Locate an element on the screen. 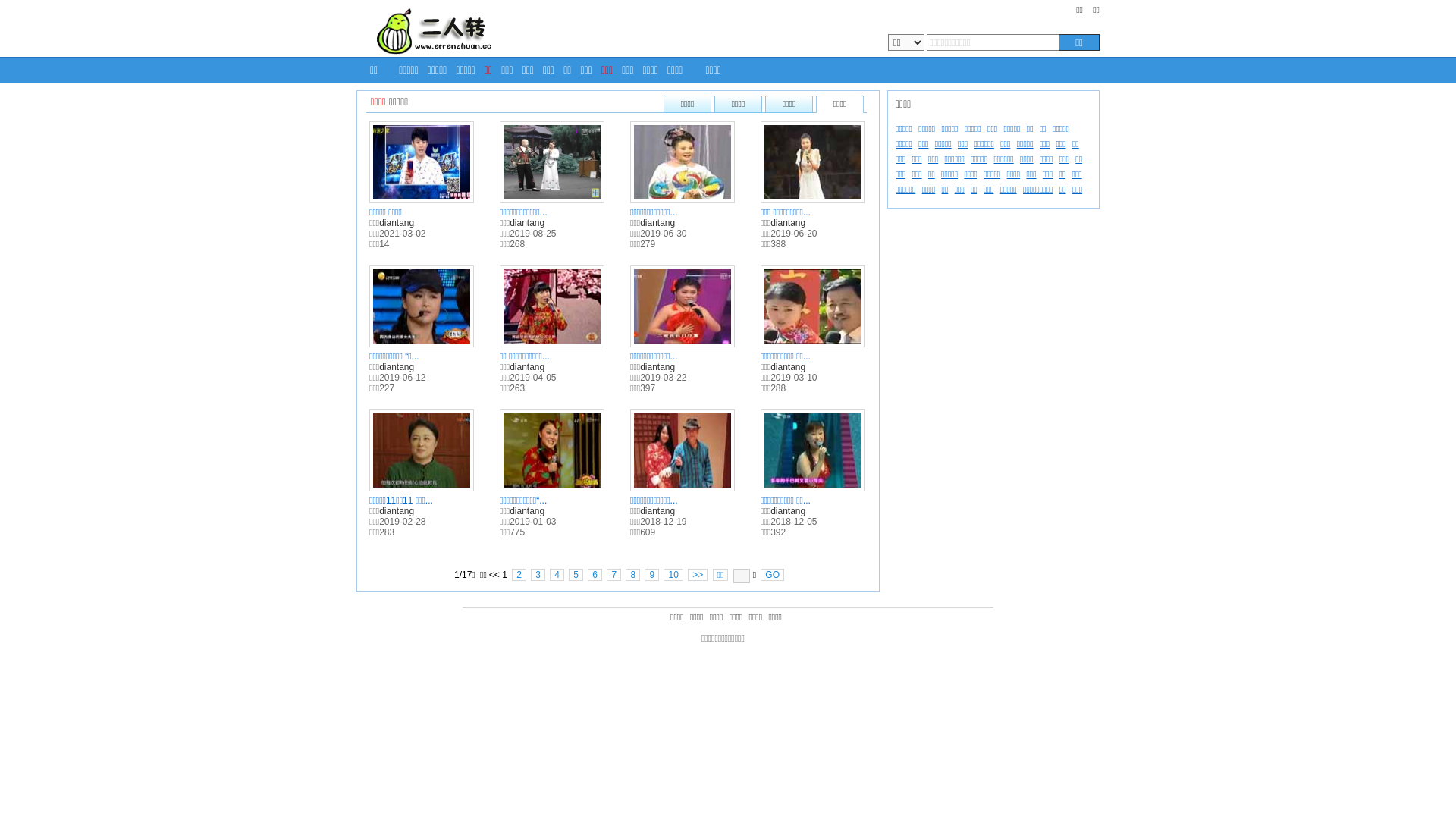 This screenshot has height=819, width=1456. '3' is located at coordinates (538, 575).